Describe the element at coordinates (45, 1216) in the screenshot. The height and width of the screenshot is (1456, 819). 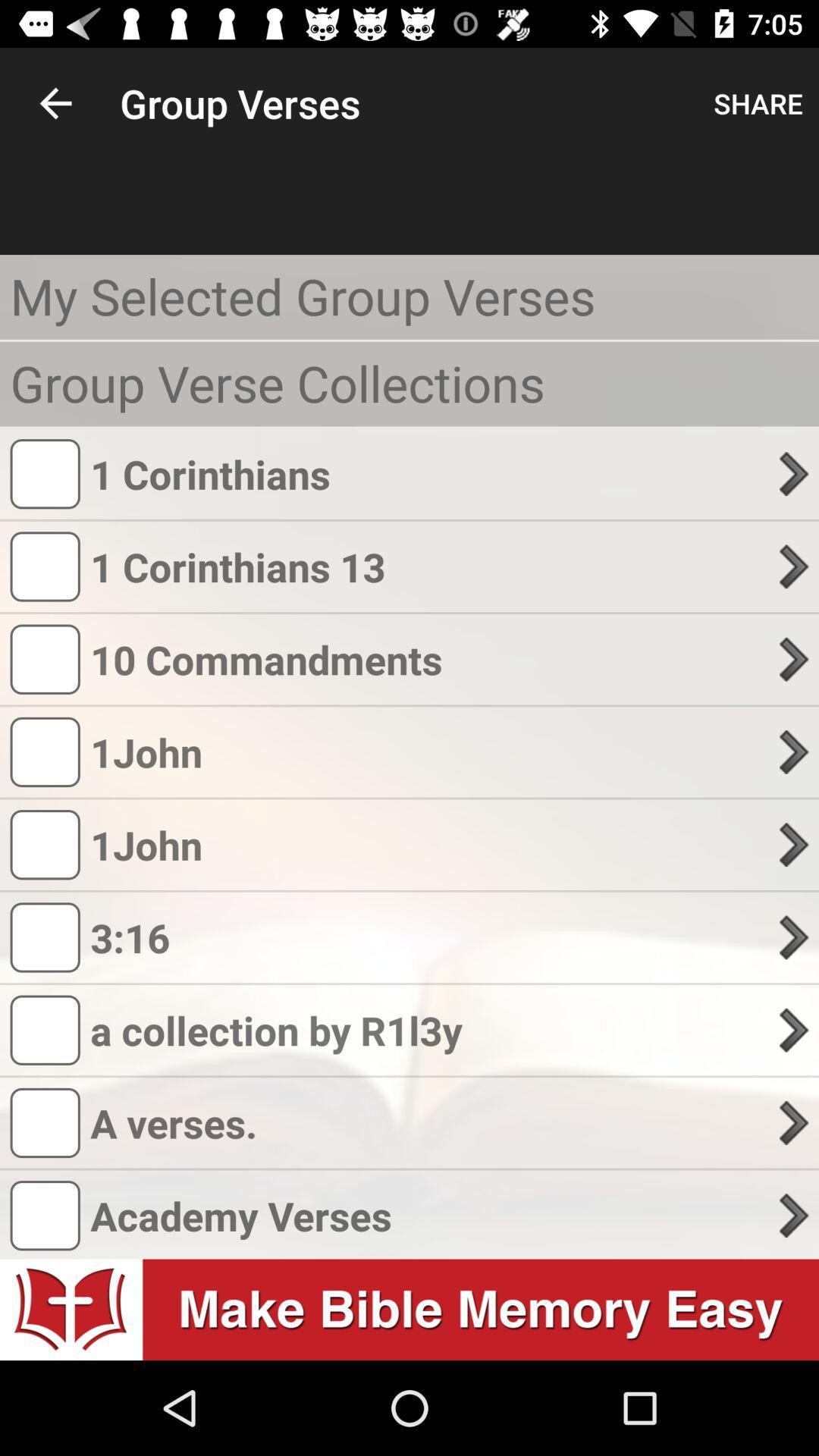
I see `the box which is just before the text academy verses` at that location.